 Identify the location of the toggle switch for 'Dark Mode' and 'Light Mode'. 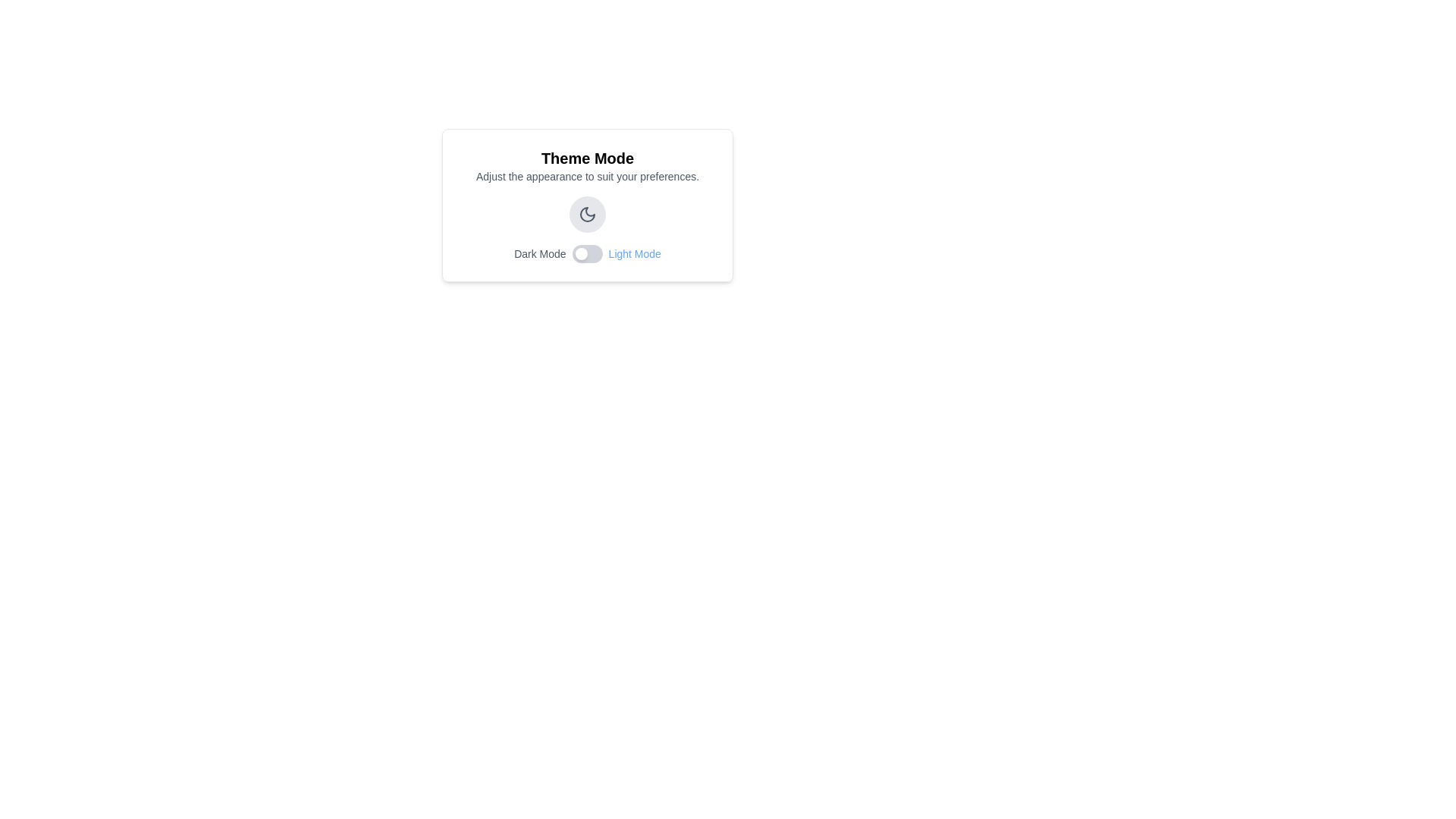
(586, 253).